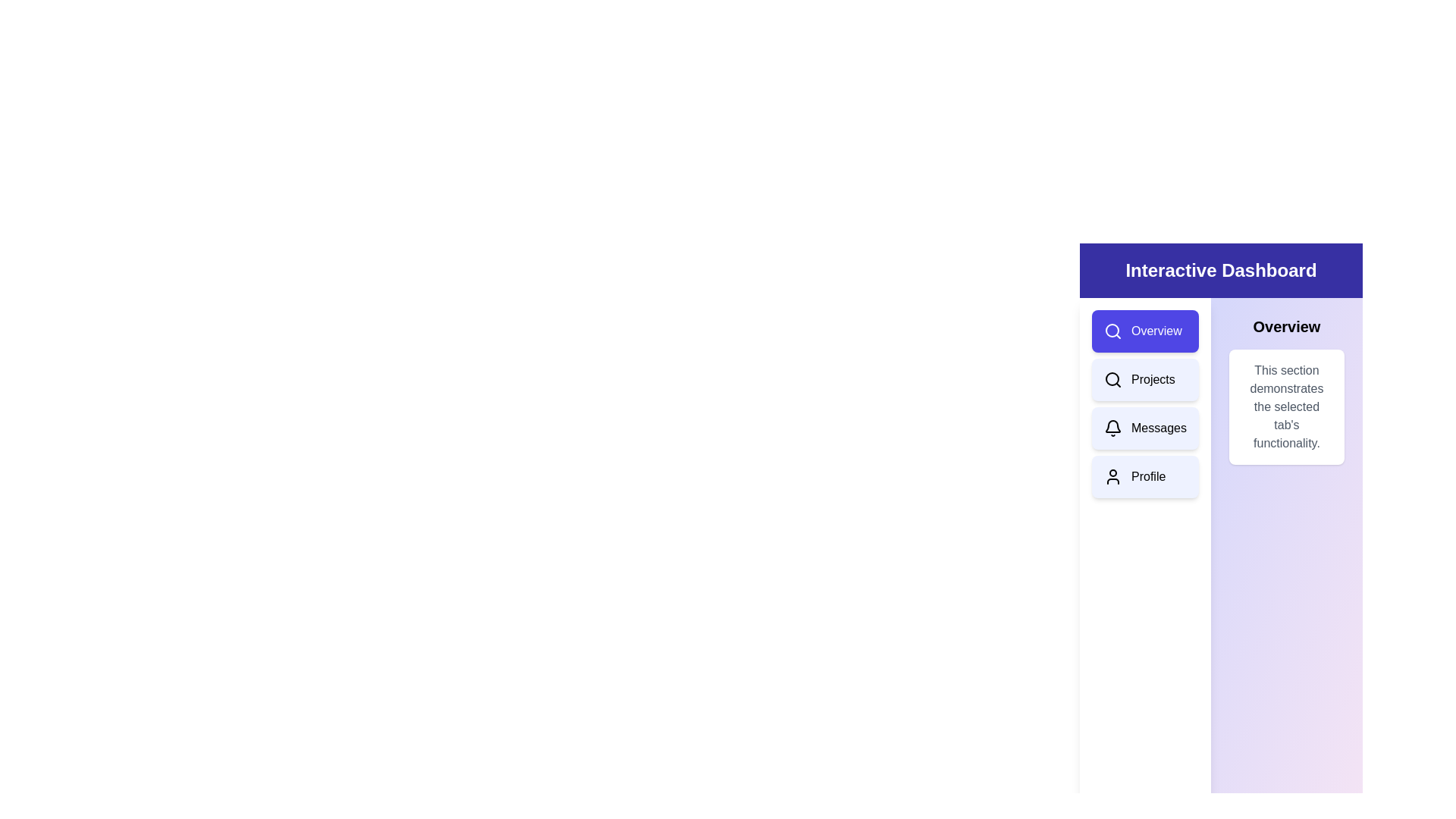 The image size is (1456, 819). Describe the element at coordinates (1113, 475) in the screenshot. I see `the 'Profile' menu option icon in the left sidebar for accessibility` at that location.